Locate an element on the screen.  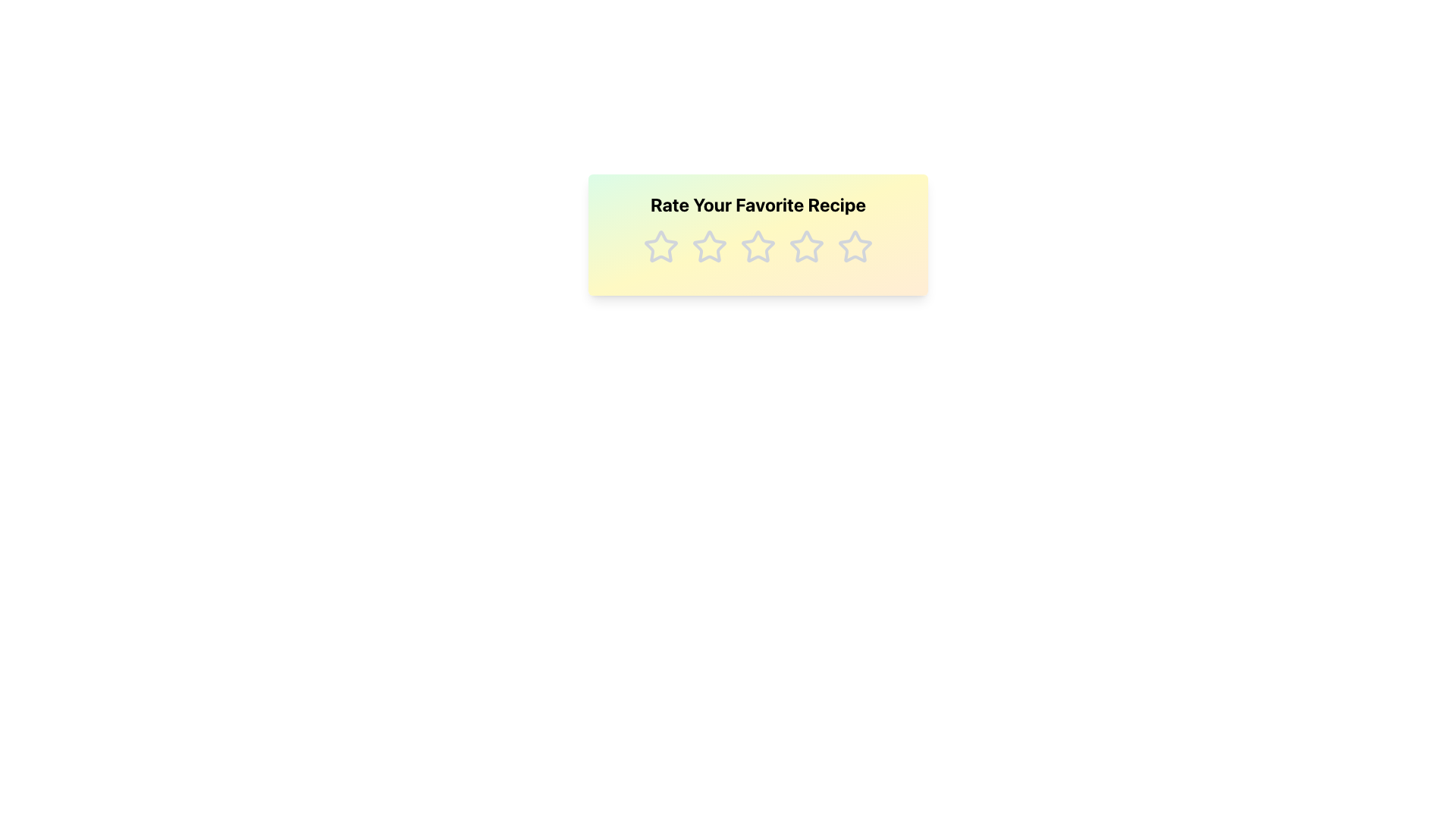
the fifth star icon is located at coordinates (855, 246).